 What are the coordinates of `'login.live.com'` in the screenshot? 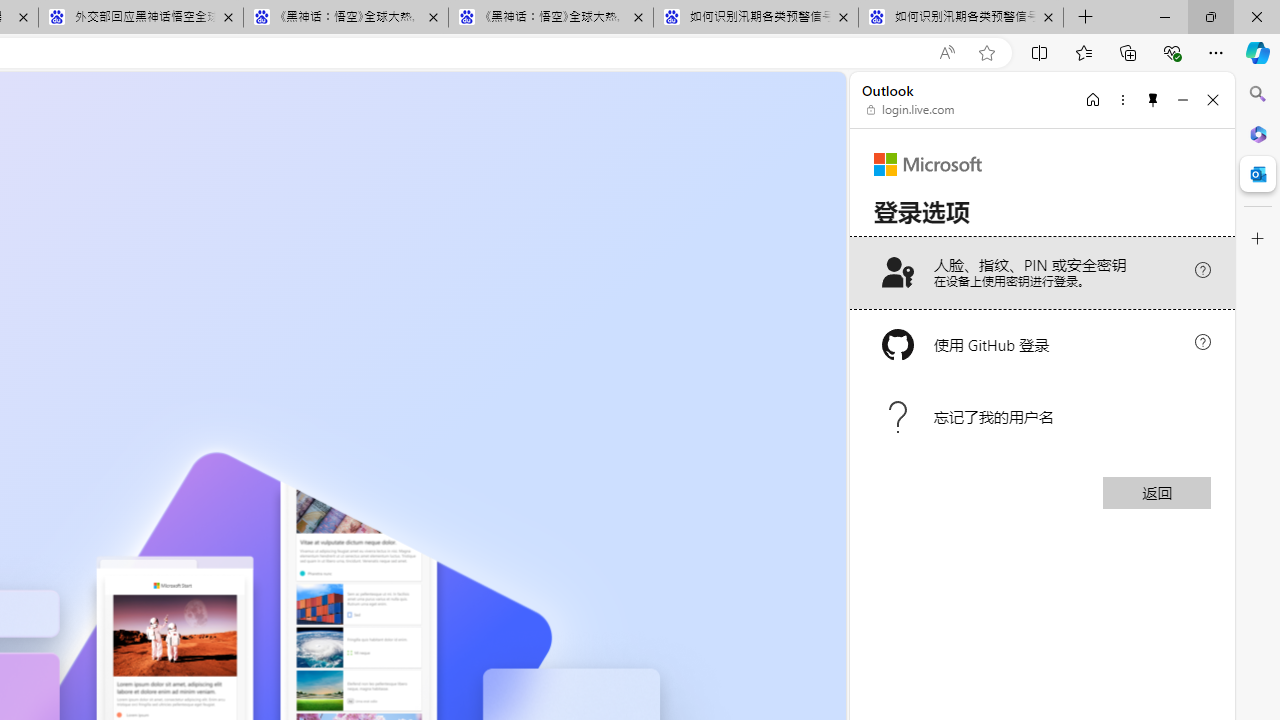 It's located at (910, 110).